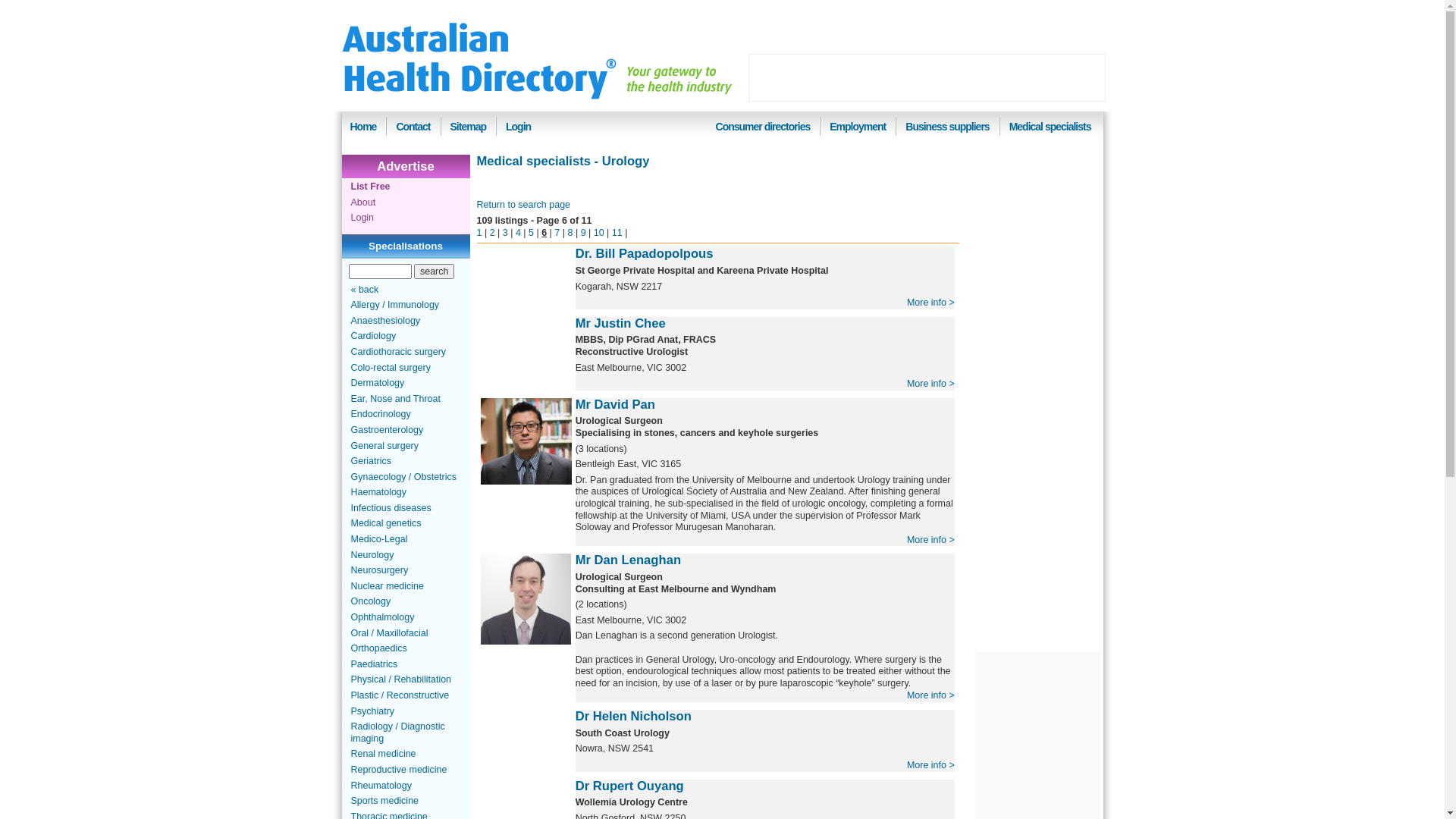  Describe the element at coordinates (906, 539) in the screenshot. I see `'More info >'` at that location.